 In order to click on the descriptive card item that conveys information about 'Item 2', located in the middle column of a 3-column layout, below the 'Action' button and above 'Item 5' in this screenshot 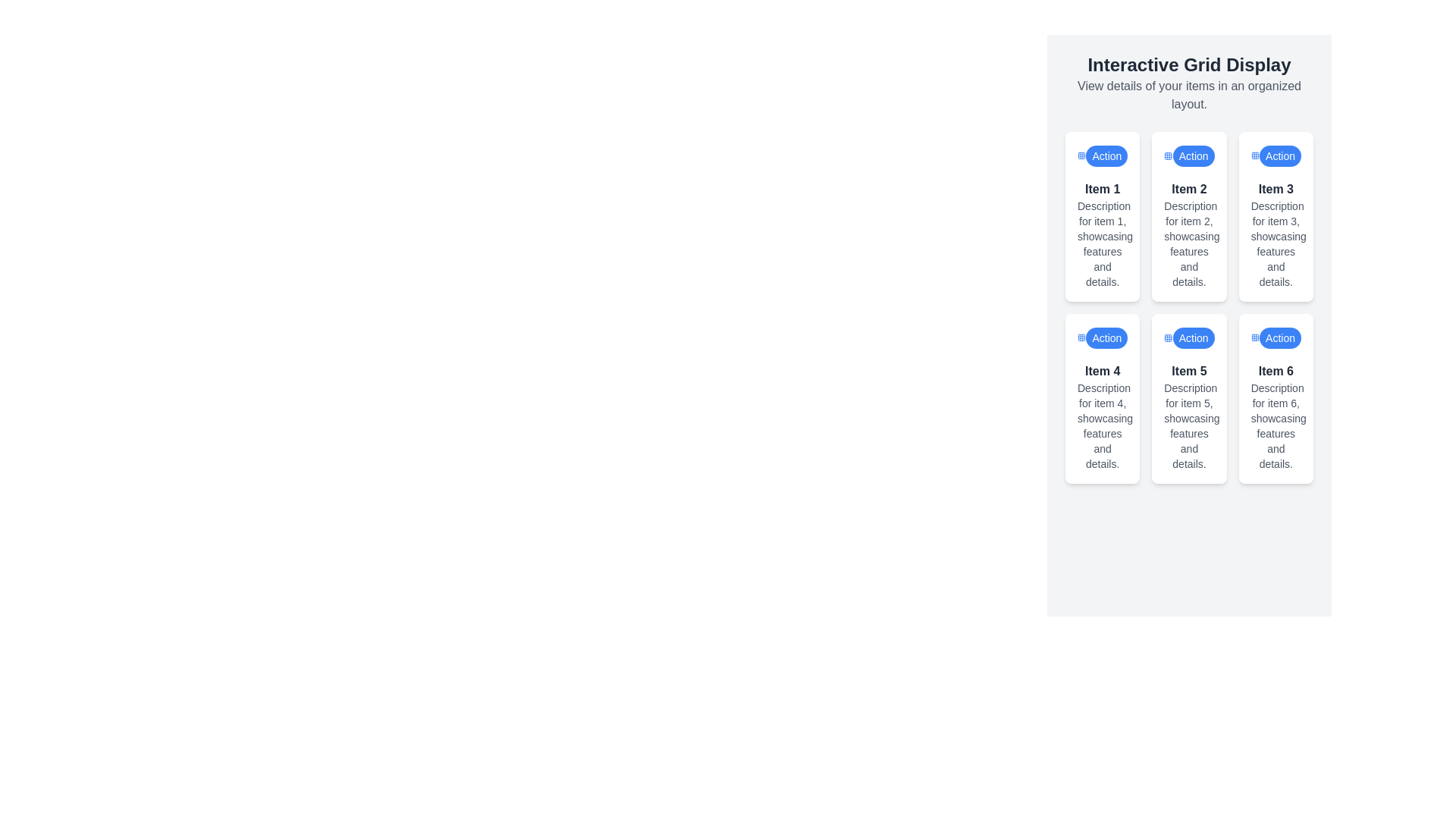, I will do `click(1188, 234)`.